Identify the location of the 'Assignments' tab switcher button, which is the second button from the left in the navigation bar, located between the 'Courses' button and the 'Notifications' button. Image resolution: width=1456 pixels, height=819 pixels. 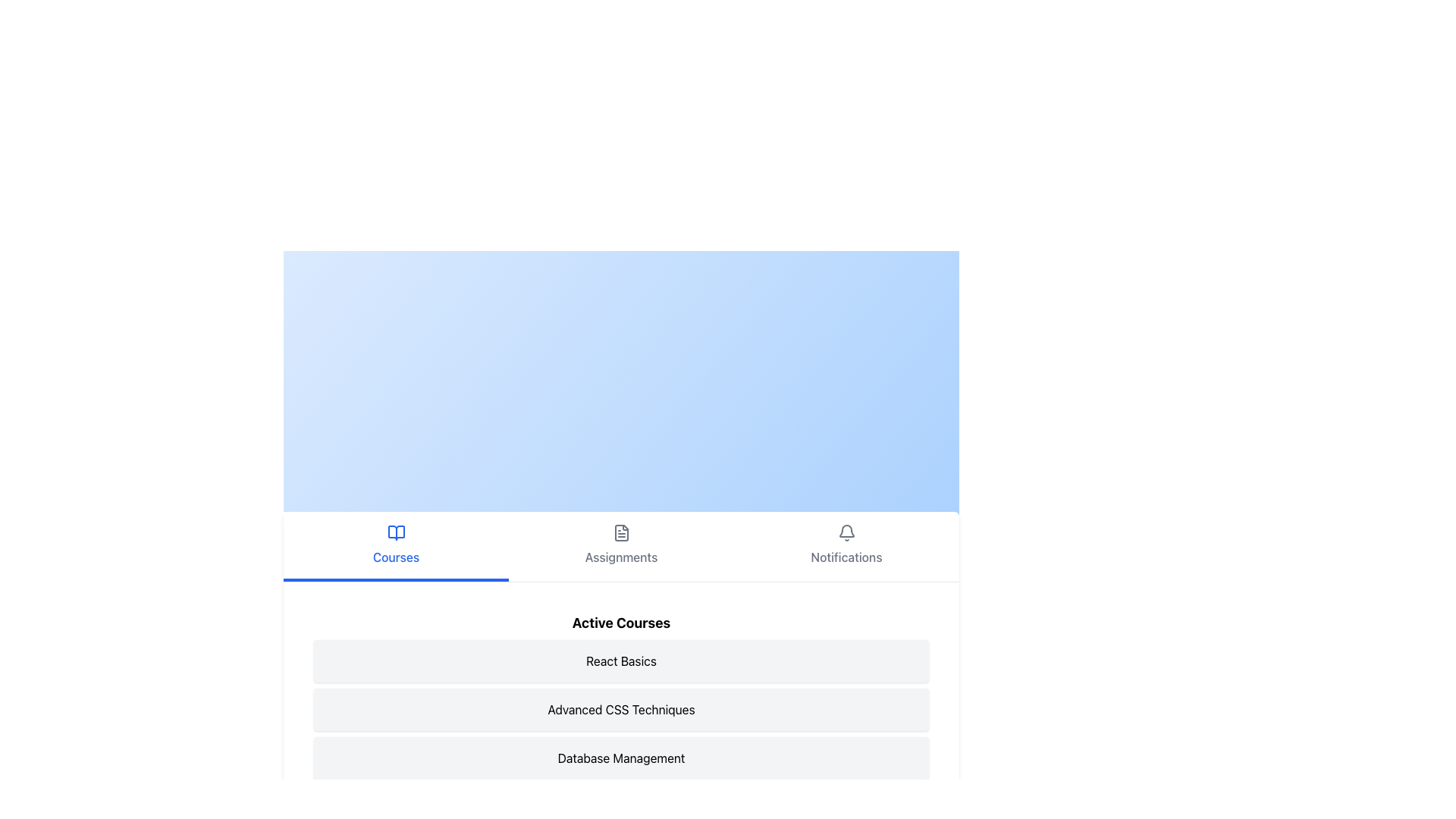
(621, 546).